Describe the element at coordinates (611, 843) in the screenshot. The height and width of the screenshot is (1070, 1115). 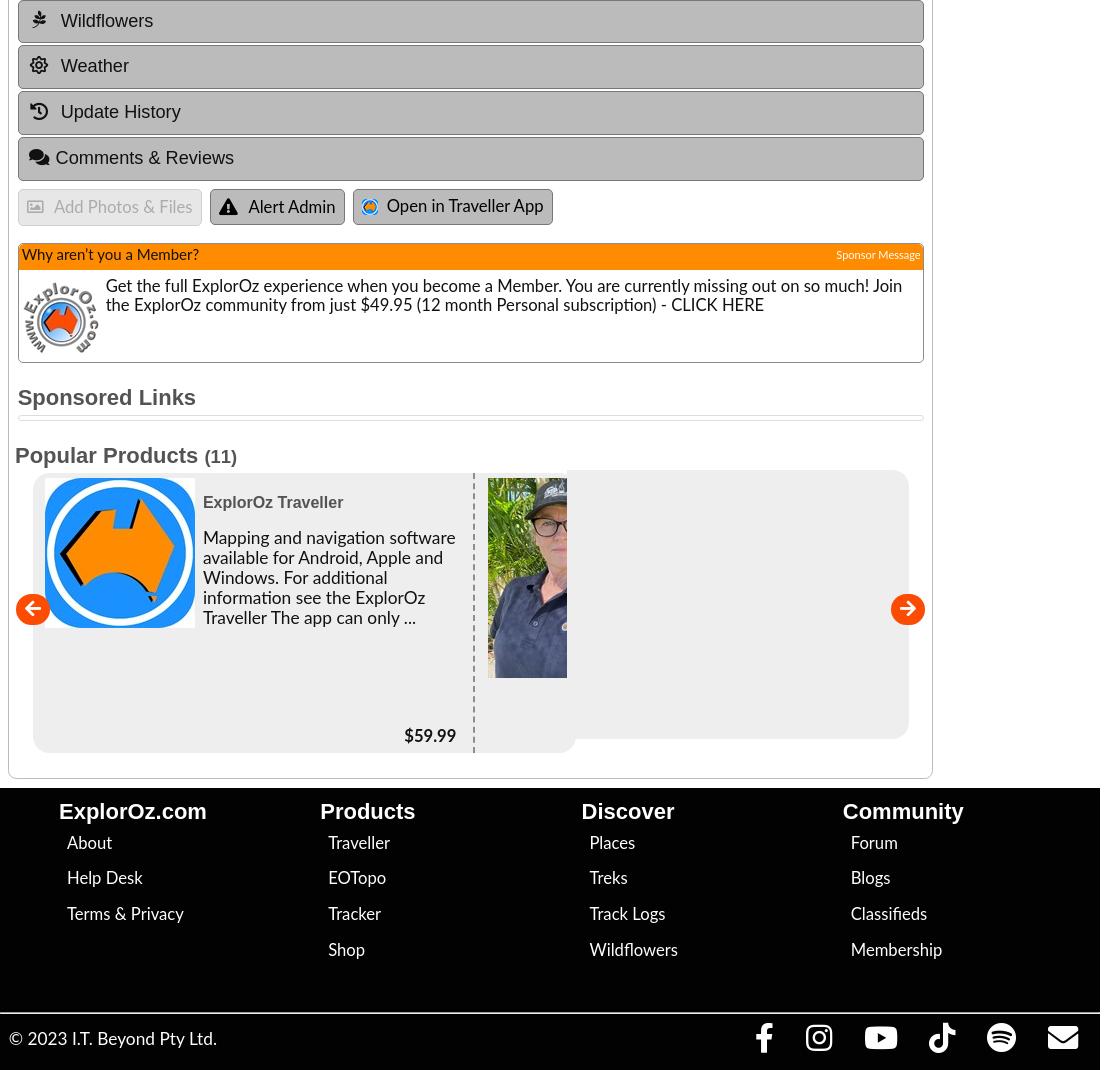
I see `'Places'` at that location.